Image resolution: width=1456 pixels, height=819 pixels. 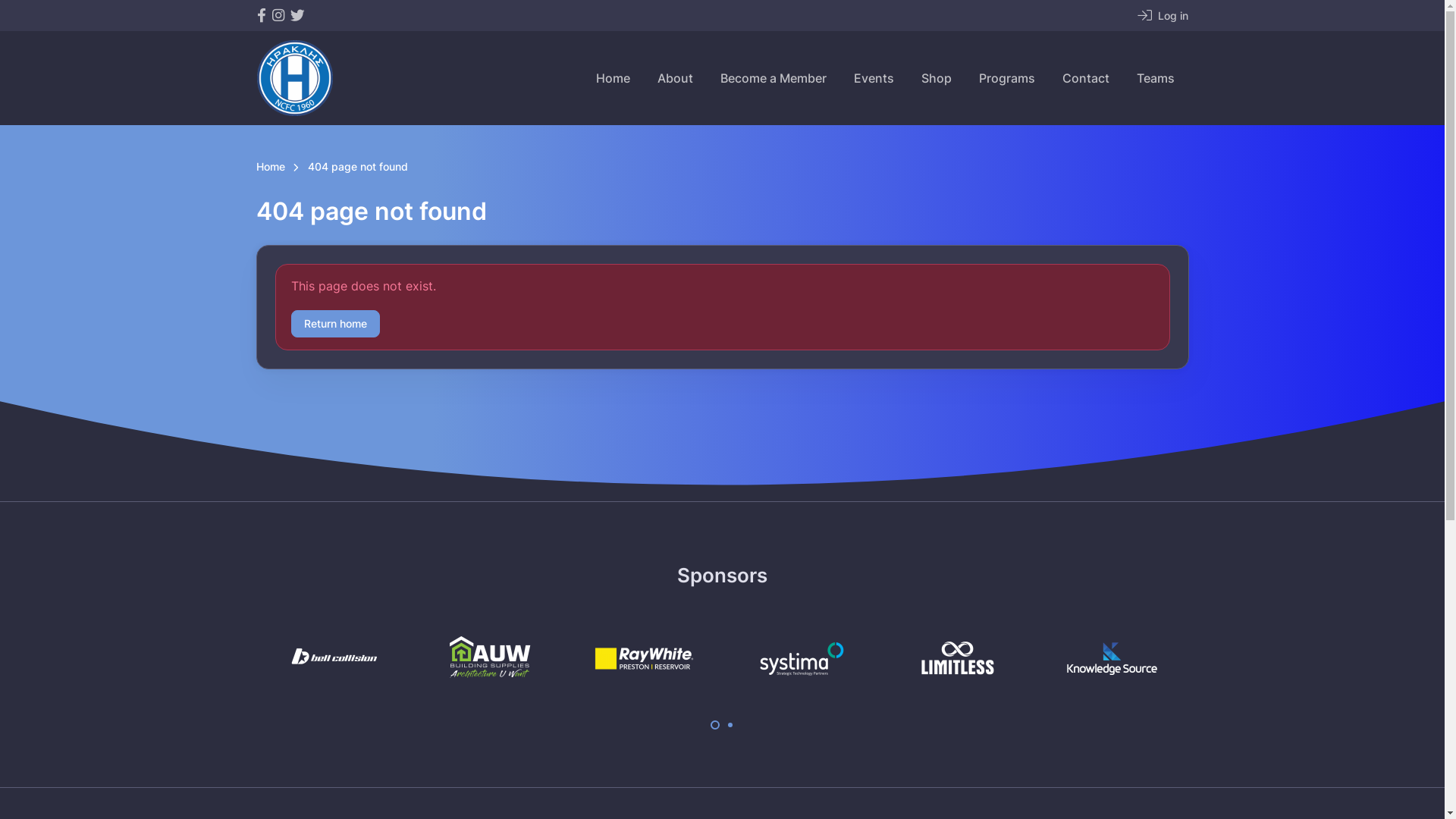 I want to click on 'Become a Member', so click(x=773, y=78).